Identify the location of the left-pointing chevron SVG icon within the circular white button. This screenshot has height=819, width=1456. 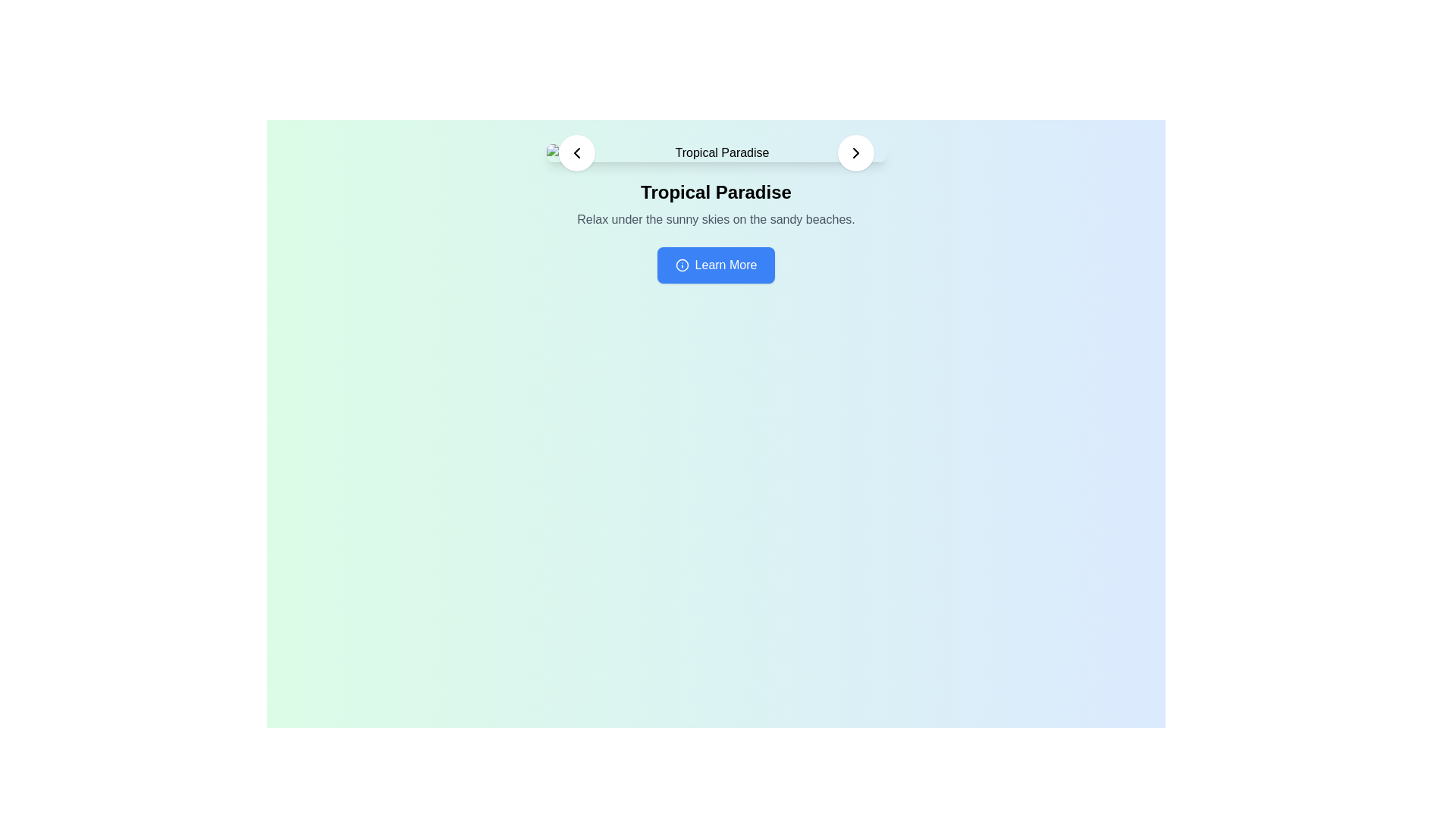
(576, 152).